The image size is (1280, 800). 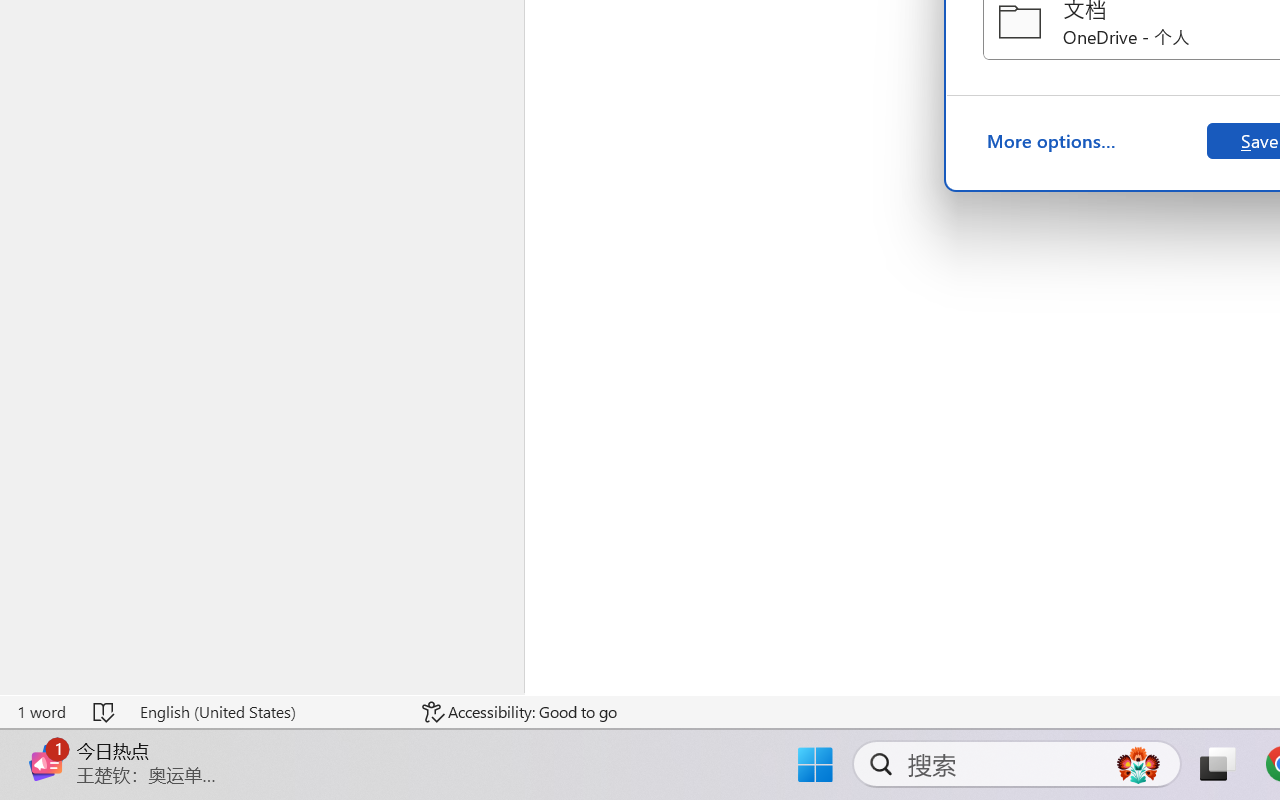 I want to click on 'Accessibility Checker Accessibility: Good to go', so click(x=519, y=711).